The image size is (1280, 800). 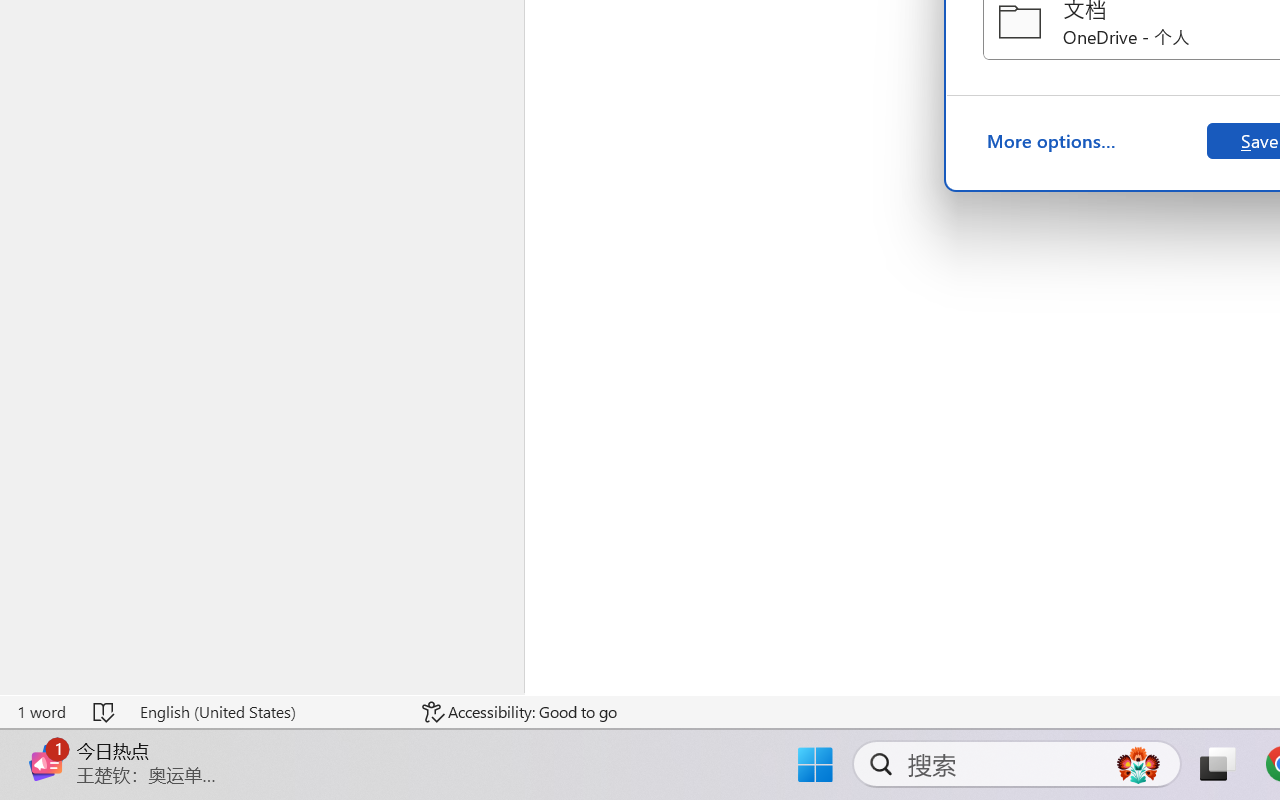 I want to click on 'Accessibility Checker Accessibility: Good to go', so click(x=519, y=711).